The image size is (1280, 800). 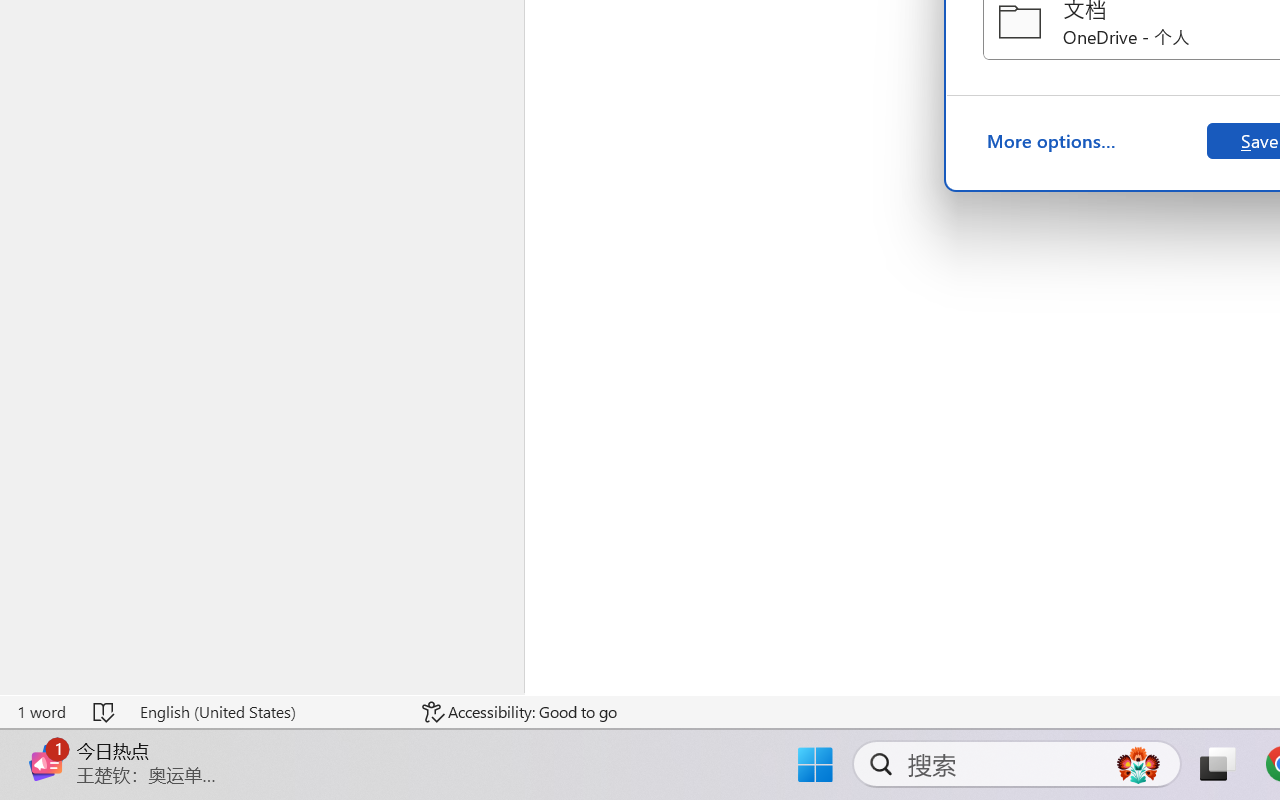 I want to click on 'Accessibility Checker Accessibility: Good to go', so click(x=519, y=711).